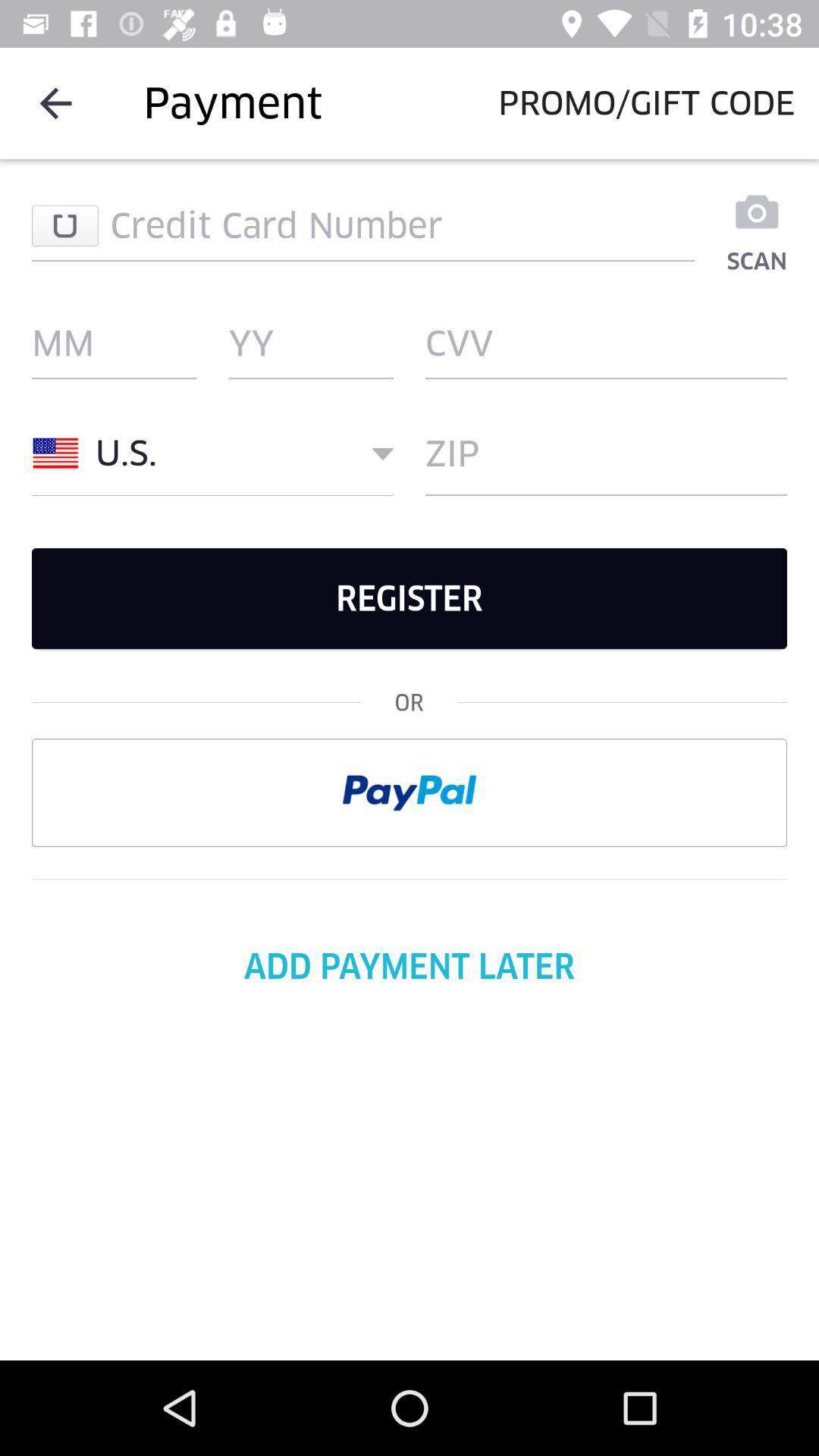 The image size is (819, 1456). Describe the element at coordinates (363, 224) in the screenshot. I see `credit card number` at that location.